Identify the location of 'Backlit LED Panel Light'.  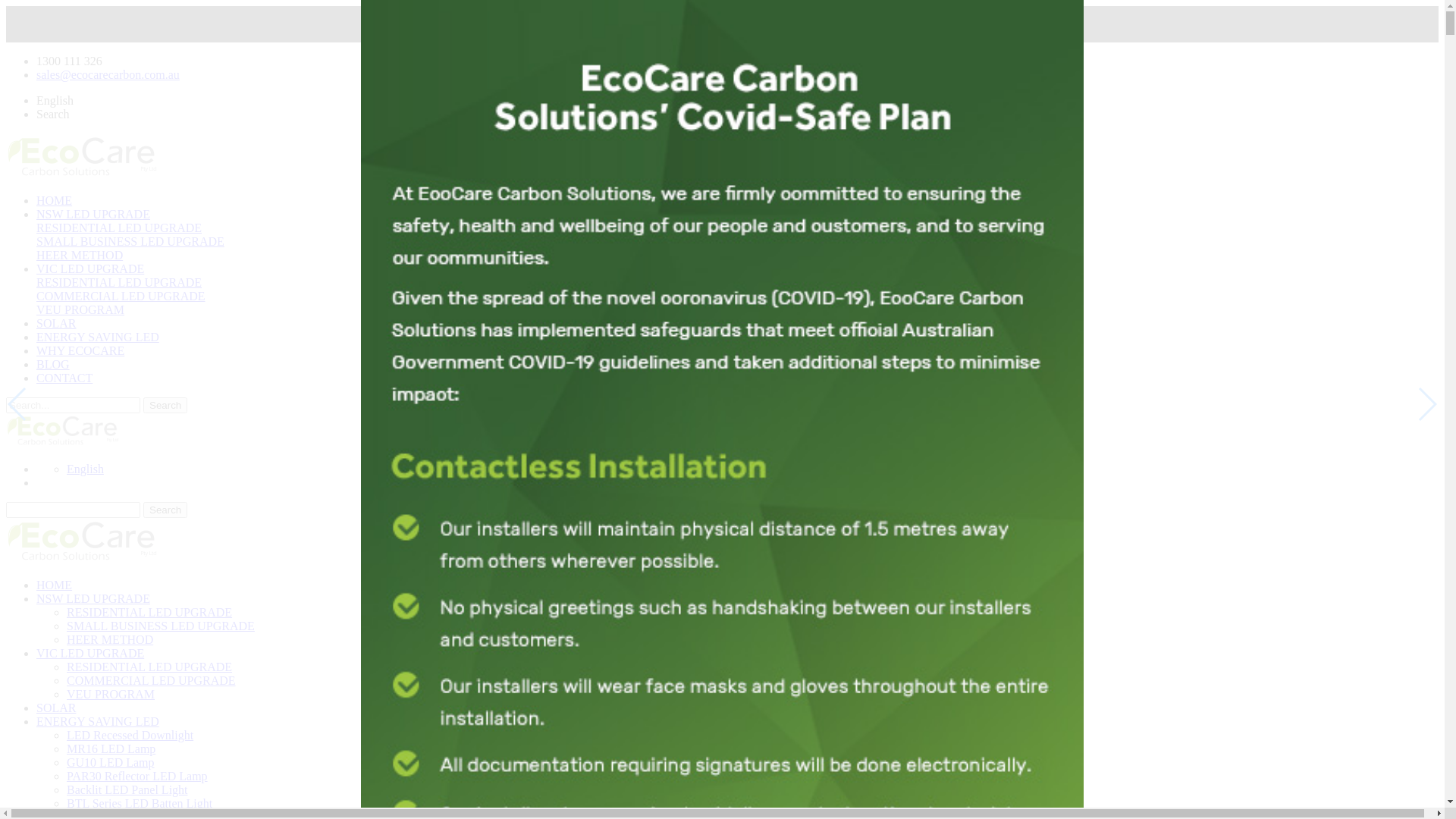
(65, 789).